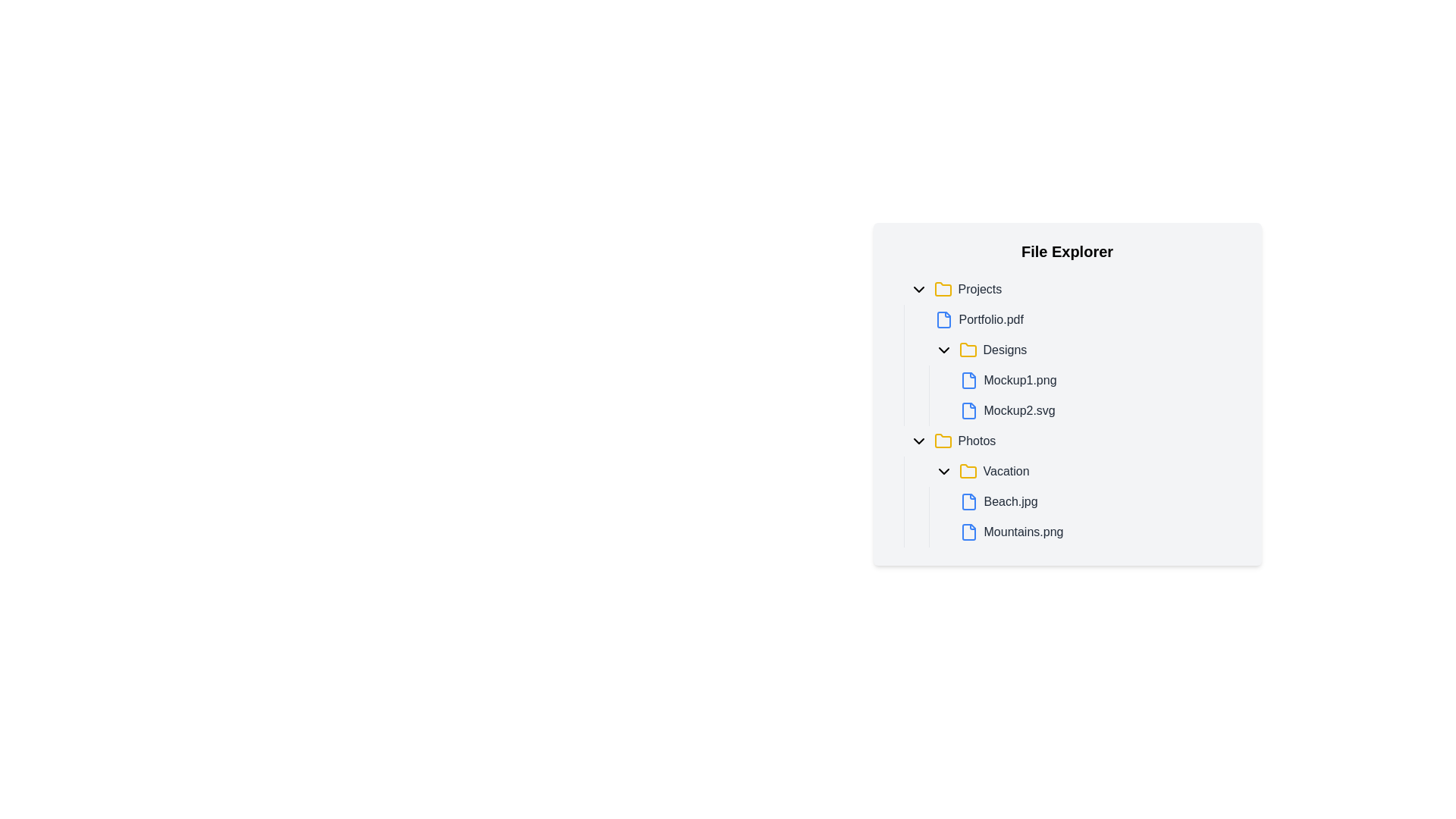 The image size is (1456, 819). Describe the element at coordinates (967, 350) in the screenshot. I see `the yellow folder icon representing 'Designs'` at that location.